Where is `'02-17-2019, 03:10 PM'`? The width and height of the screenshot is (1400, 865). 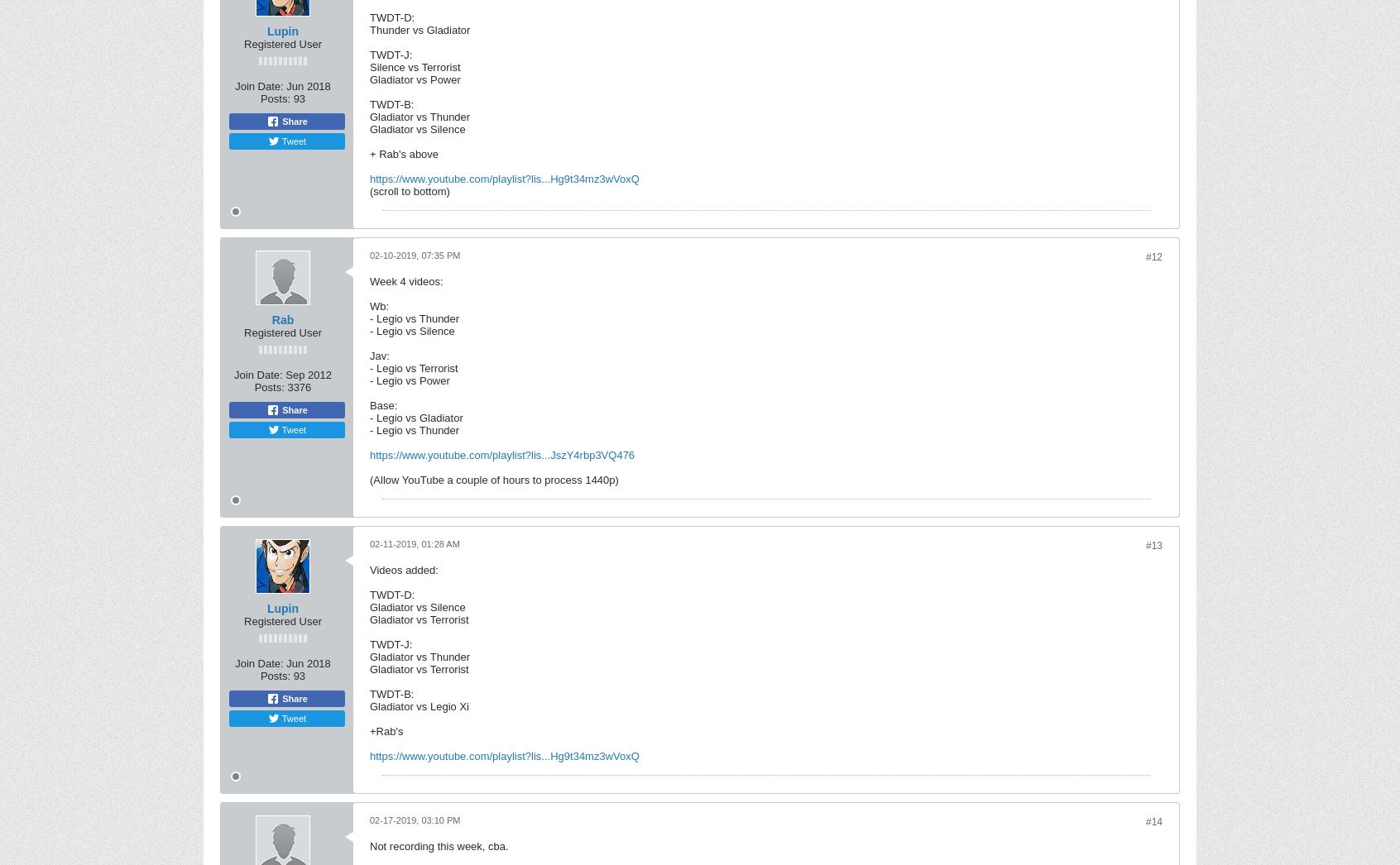 '02-17-2019, 03:10 PM' is located at coordinates (415, 820).